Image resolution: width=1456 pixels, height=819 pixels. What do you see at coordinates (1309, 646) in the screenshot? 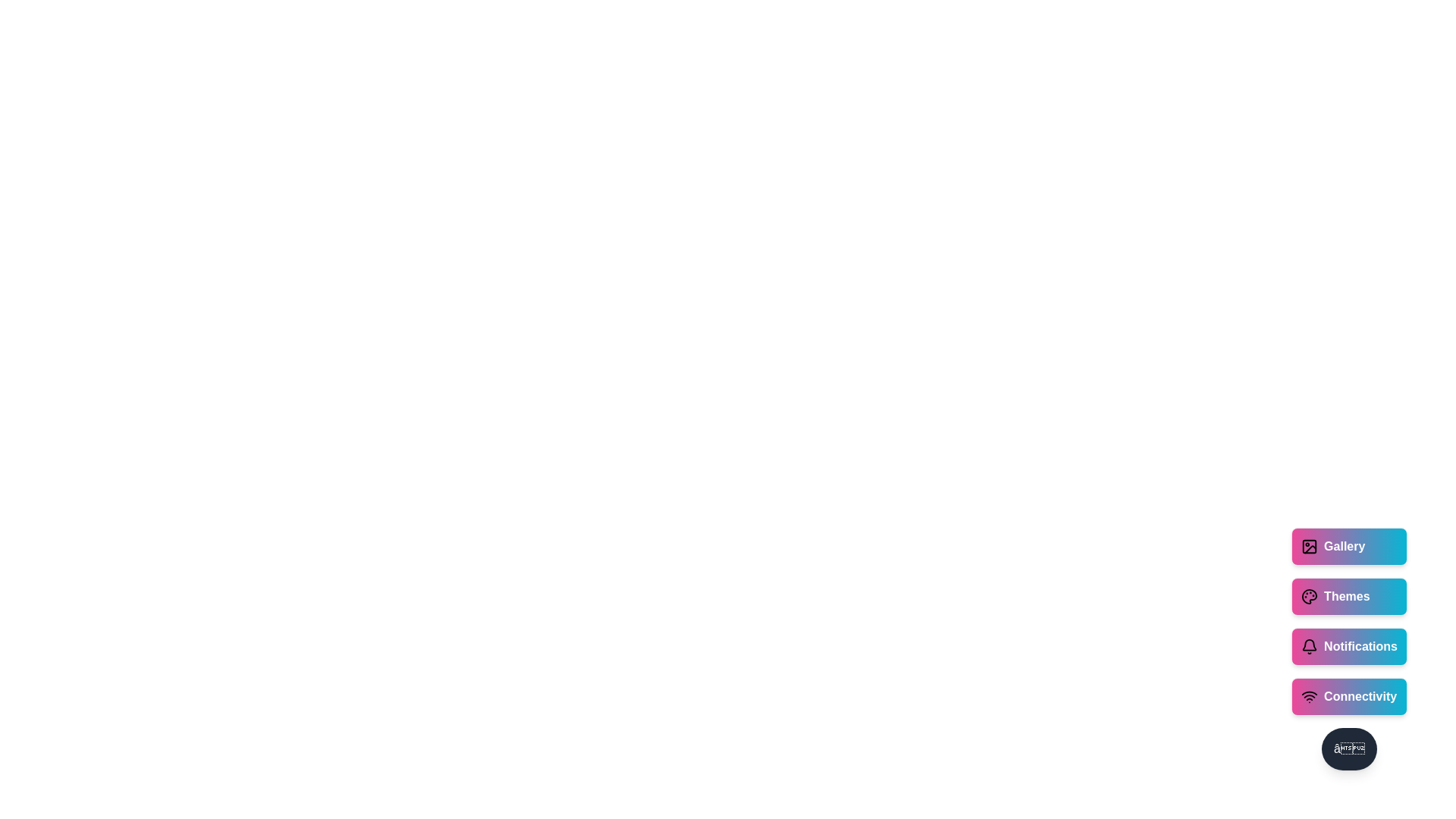
I see `the bell icon representing notifications, which is located in the rightmost column of the interface as the third option from the top` at bounding box center [1309, 646].